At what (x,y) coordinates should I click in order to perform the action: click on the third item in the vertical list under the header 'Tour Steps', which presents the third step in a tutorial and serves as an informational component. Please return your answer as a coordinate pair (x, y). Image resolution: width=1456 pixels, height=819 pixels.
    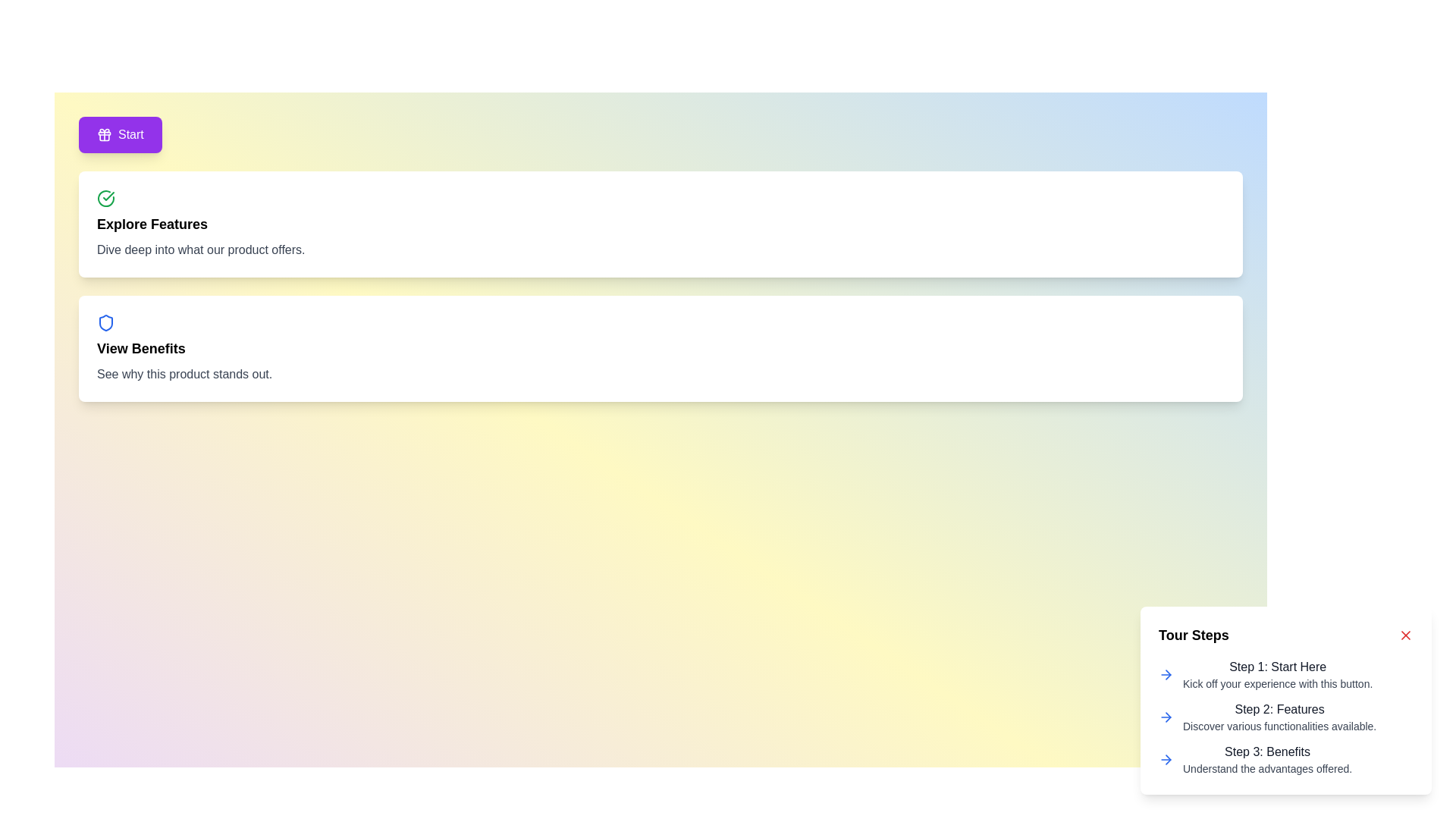
    Looking at the image, I should click on (1285, 760).